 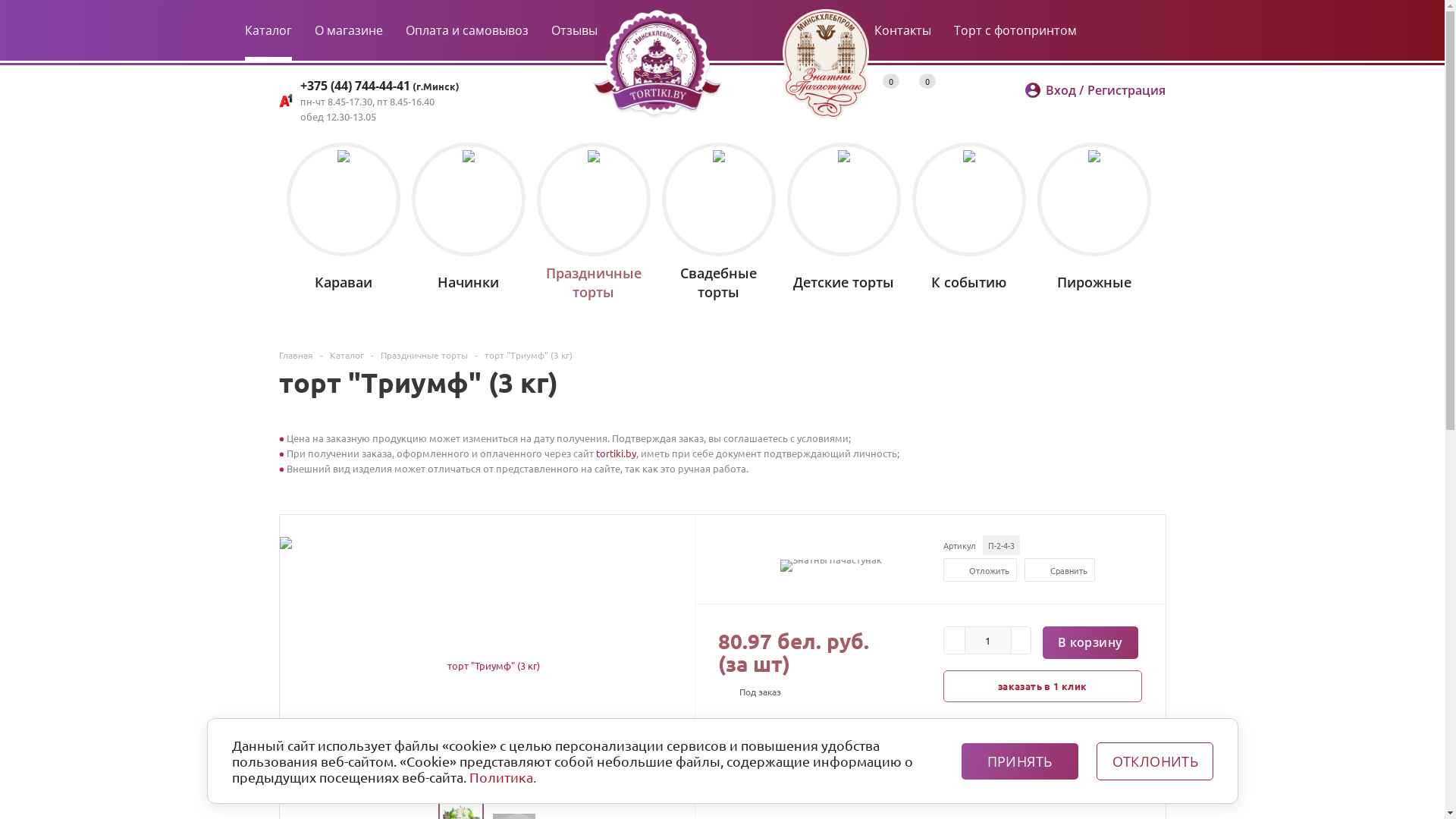 What do you see at coordinates (891, 81) in the screenshot?
I see `'0'` at bounding box center [891, 81].